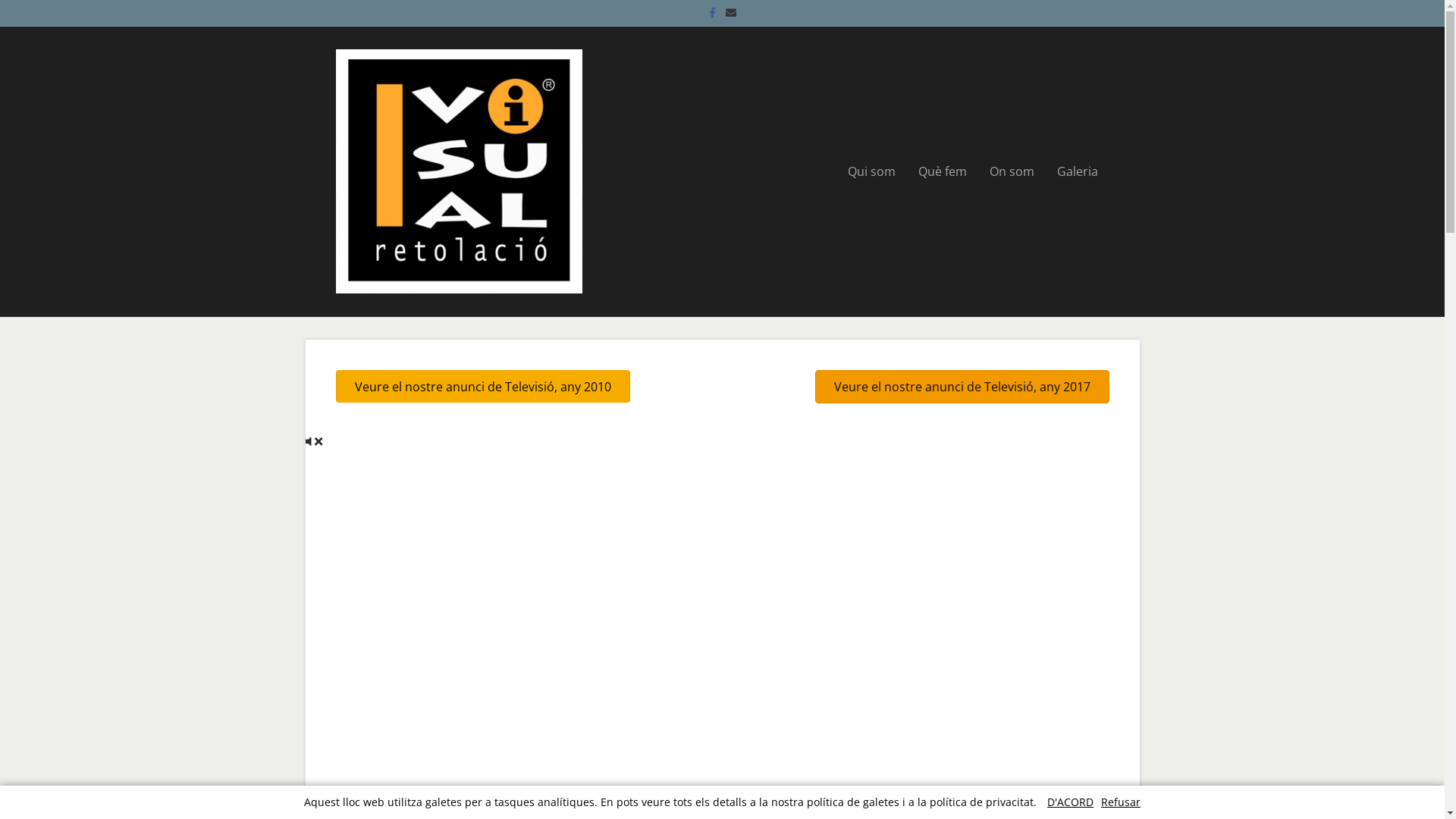  Describe the element at coordinates (1076, 171) in the screenshot. I see `'Galeria'` at that location.